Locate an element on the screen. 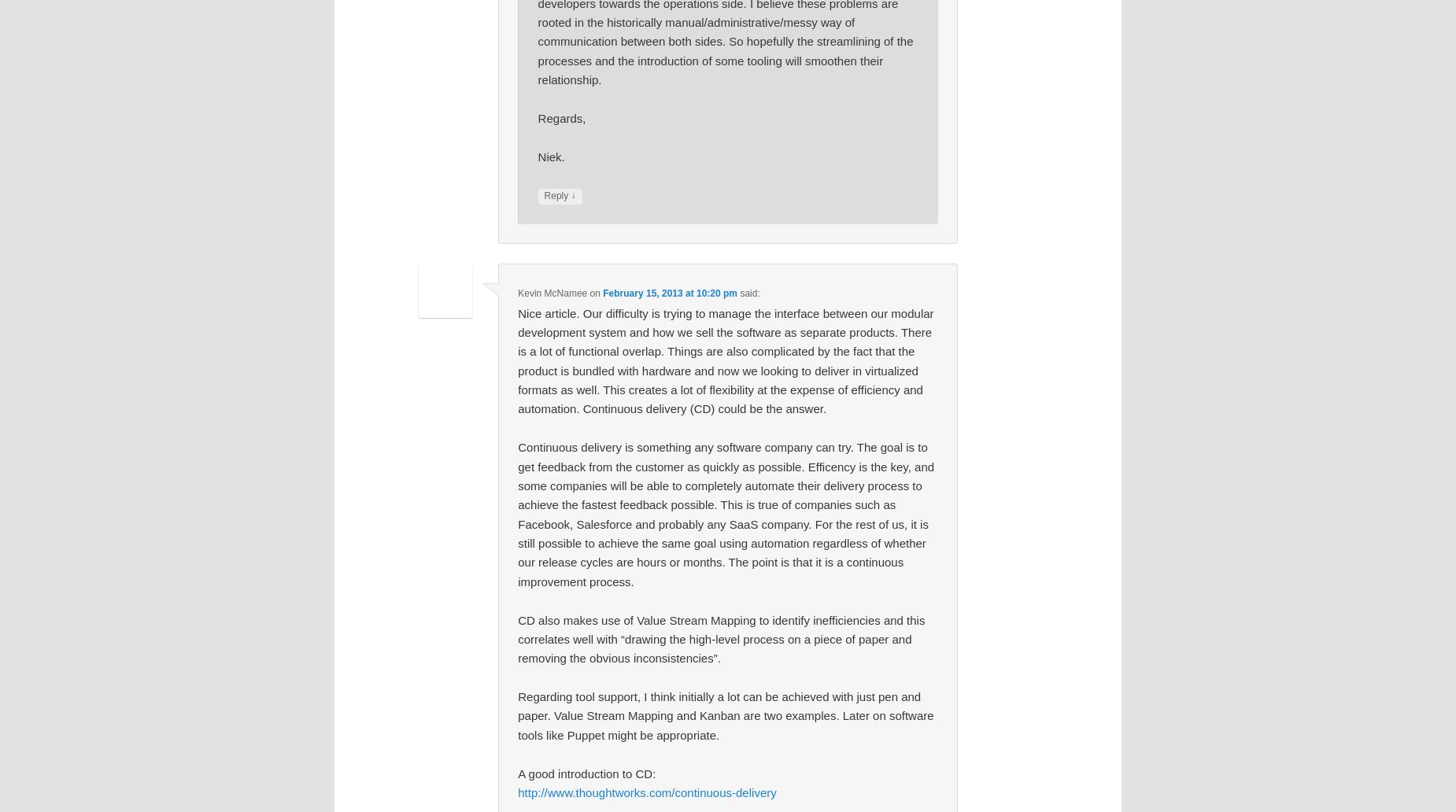 The image size is (1456, 812). 'said:' is located at coordinates (738, 293).